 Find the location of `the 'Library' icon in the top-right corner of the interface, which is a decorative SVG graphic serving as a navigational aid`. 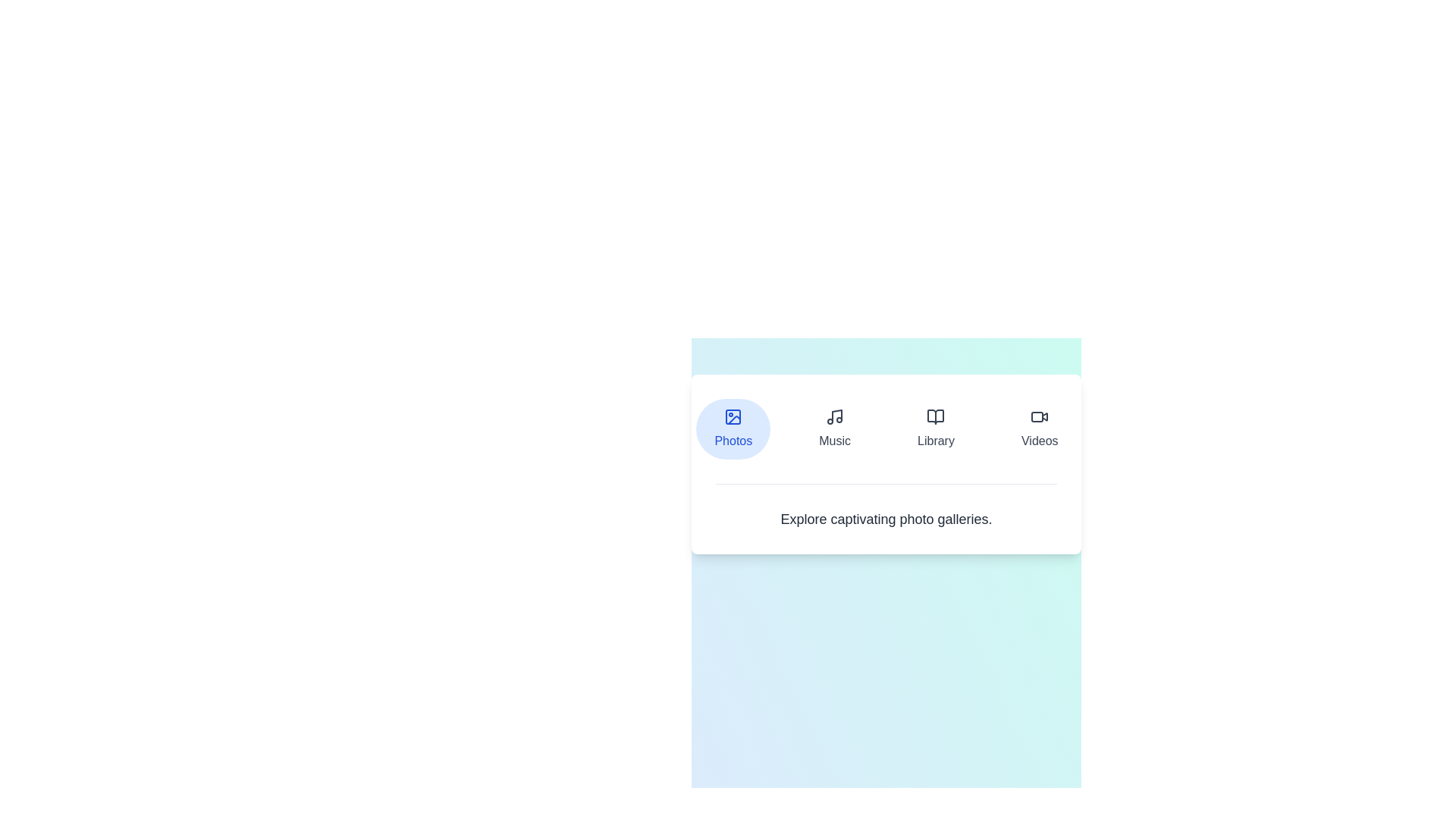

the 'Library' icon in the top-right corner of the interface, which is a decorative SVG graphic serving as a navigational aid is located at coordinates (935, 417).